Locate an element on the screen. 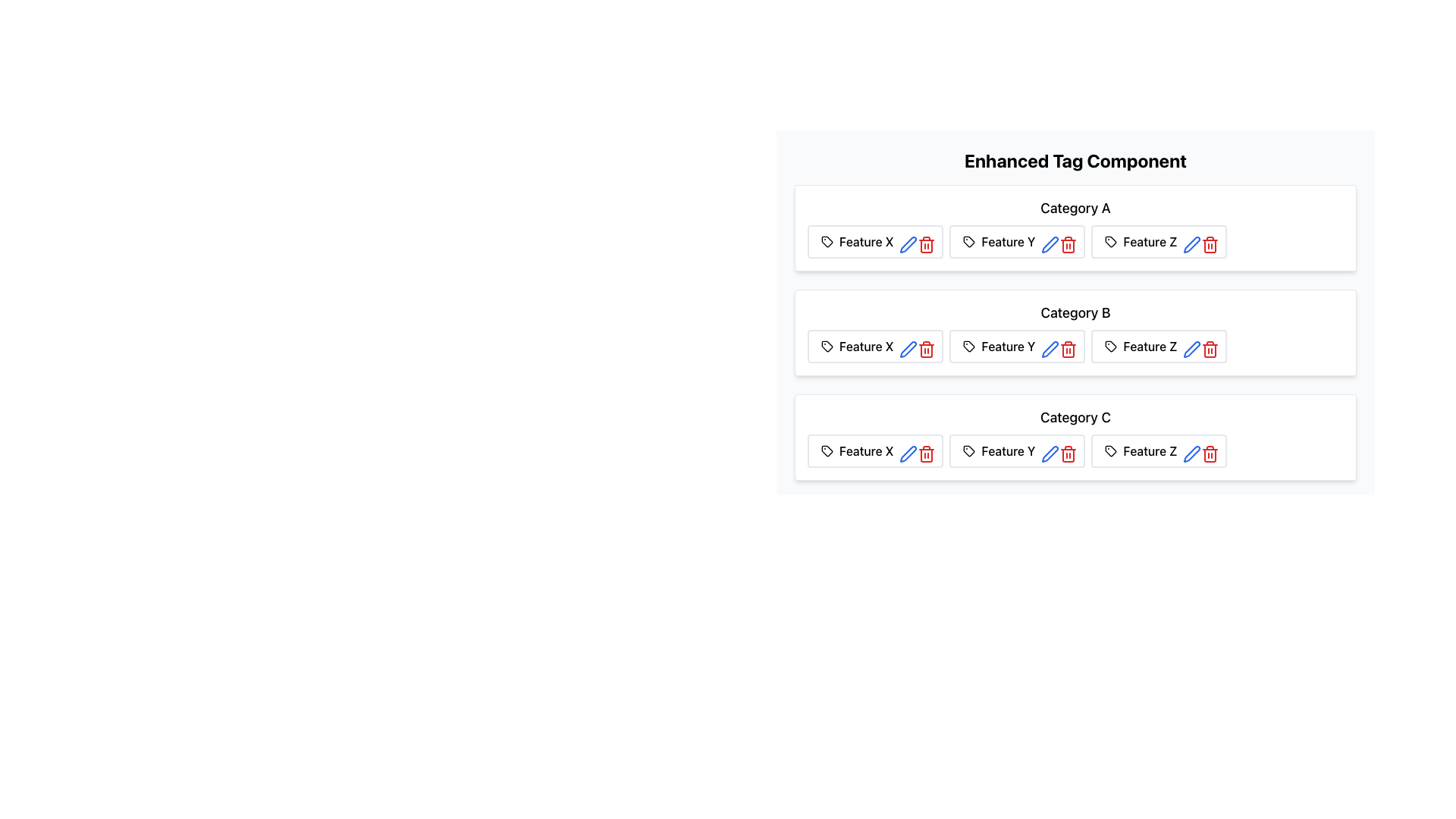 The width and height of the screenshot is (1456, 819). the red trash can icon is located at coordinates (1210, 244).